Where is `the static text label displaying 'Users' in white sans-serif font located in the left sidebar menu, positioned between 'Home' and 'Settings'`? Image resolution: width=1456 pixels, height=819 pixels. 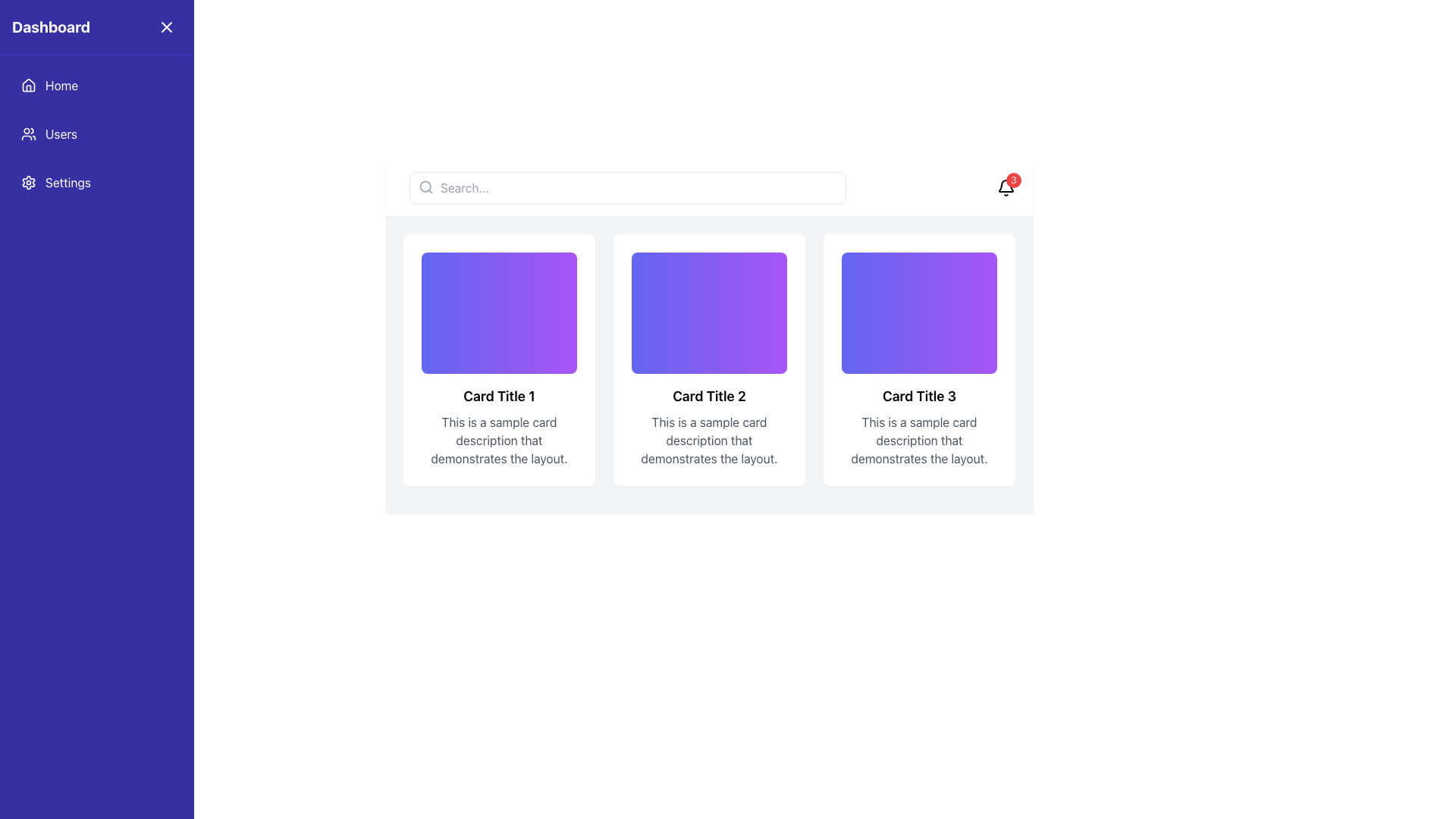
the static text label displaying 'Users' in white sans-serif font located in the left sidebar menu, positioned between 'Home' and 'Settings' is located at coordinates (61, 133).